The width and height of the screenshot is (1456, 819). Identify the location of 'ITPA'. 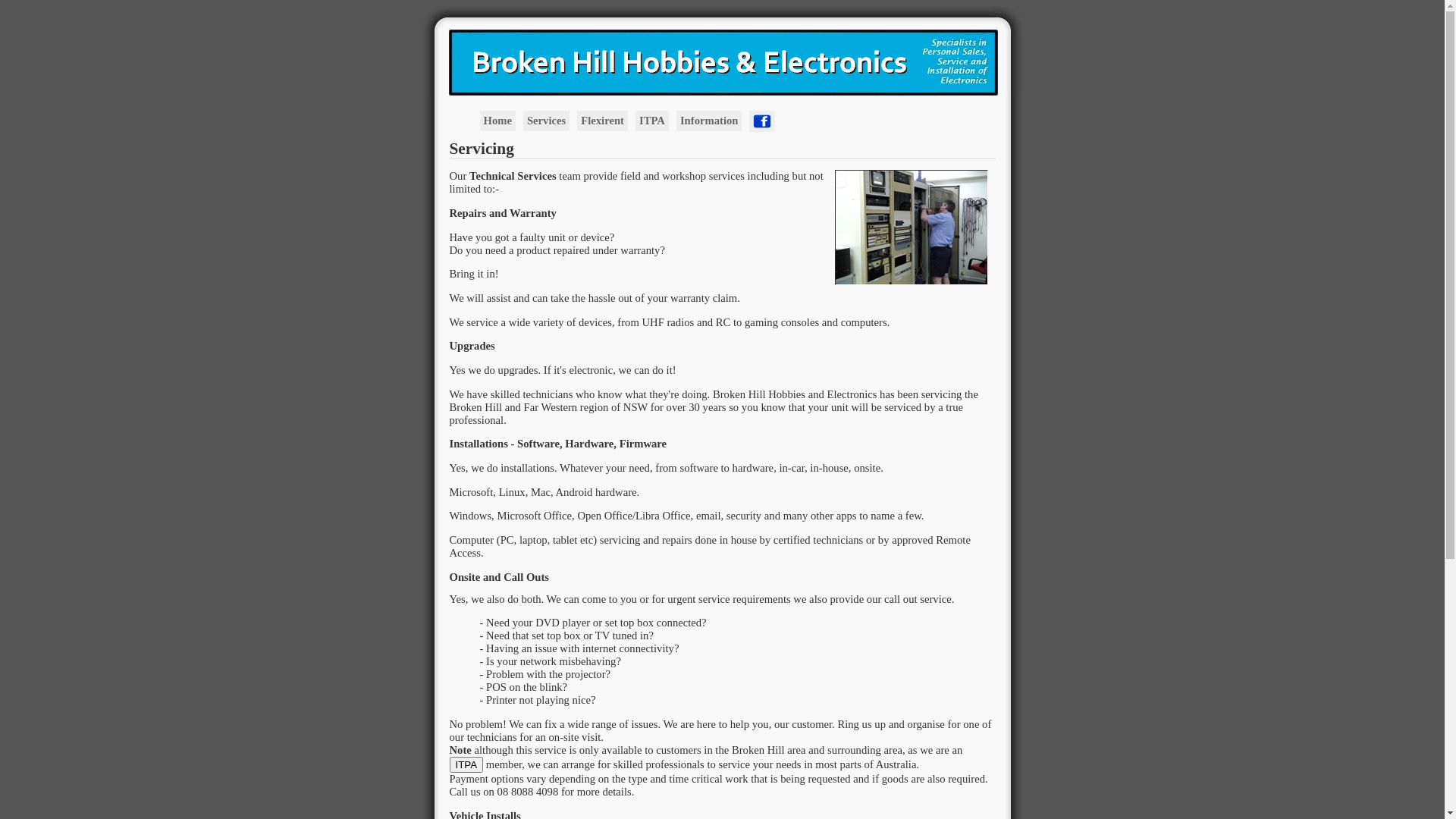
(447, 764).